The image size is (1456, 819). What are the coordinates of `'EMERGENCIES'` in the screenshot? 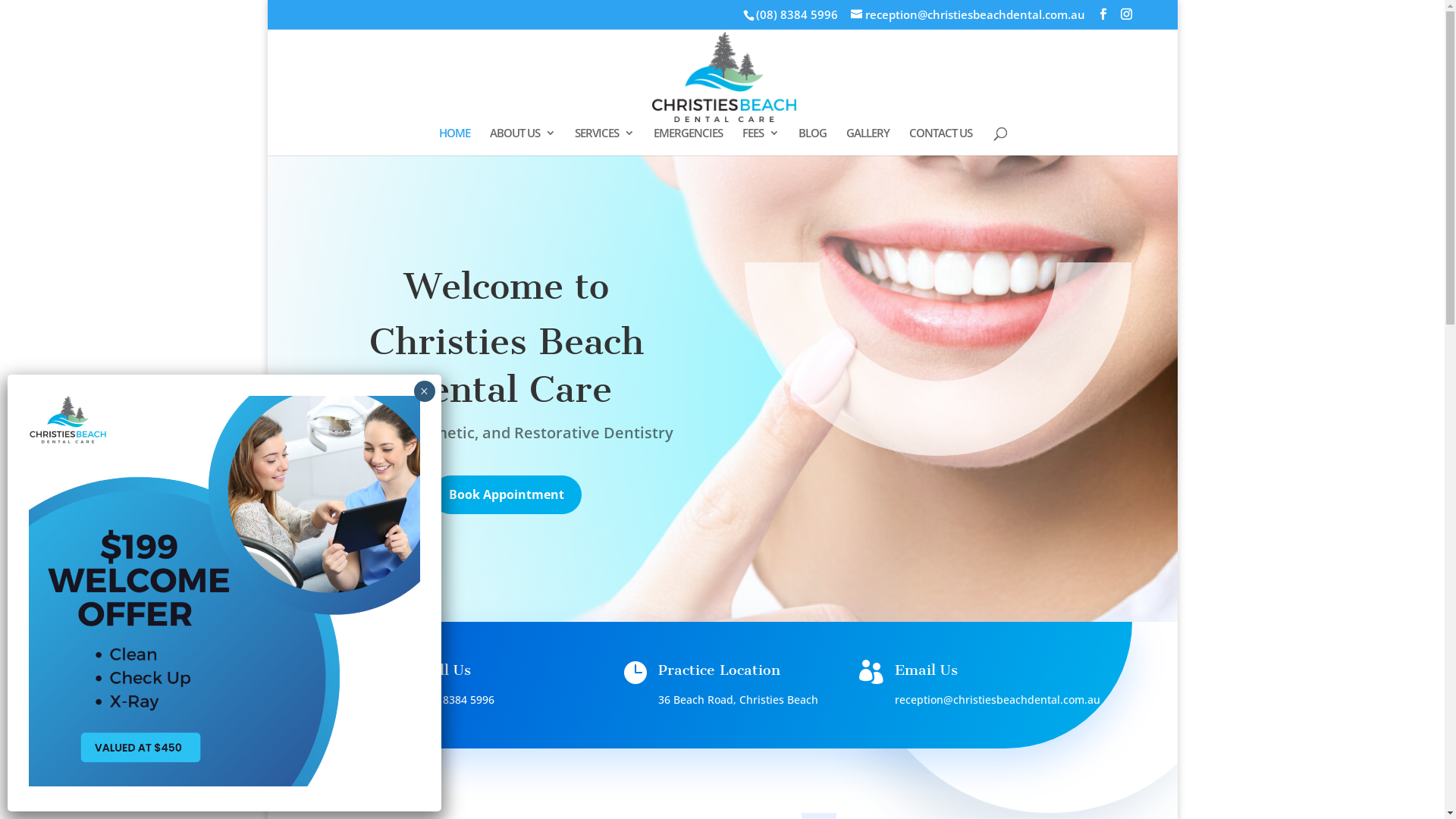 It's located at (687, 141).